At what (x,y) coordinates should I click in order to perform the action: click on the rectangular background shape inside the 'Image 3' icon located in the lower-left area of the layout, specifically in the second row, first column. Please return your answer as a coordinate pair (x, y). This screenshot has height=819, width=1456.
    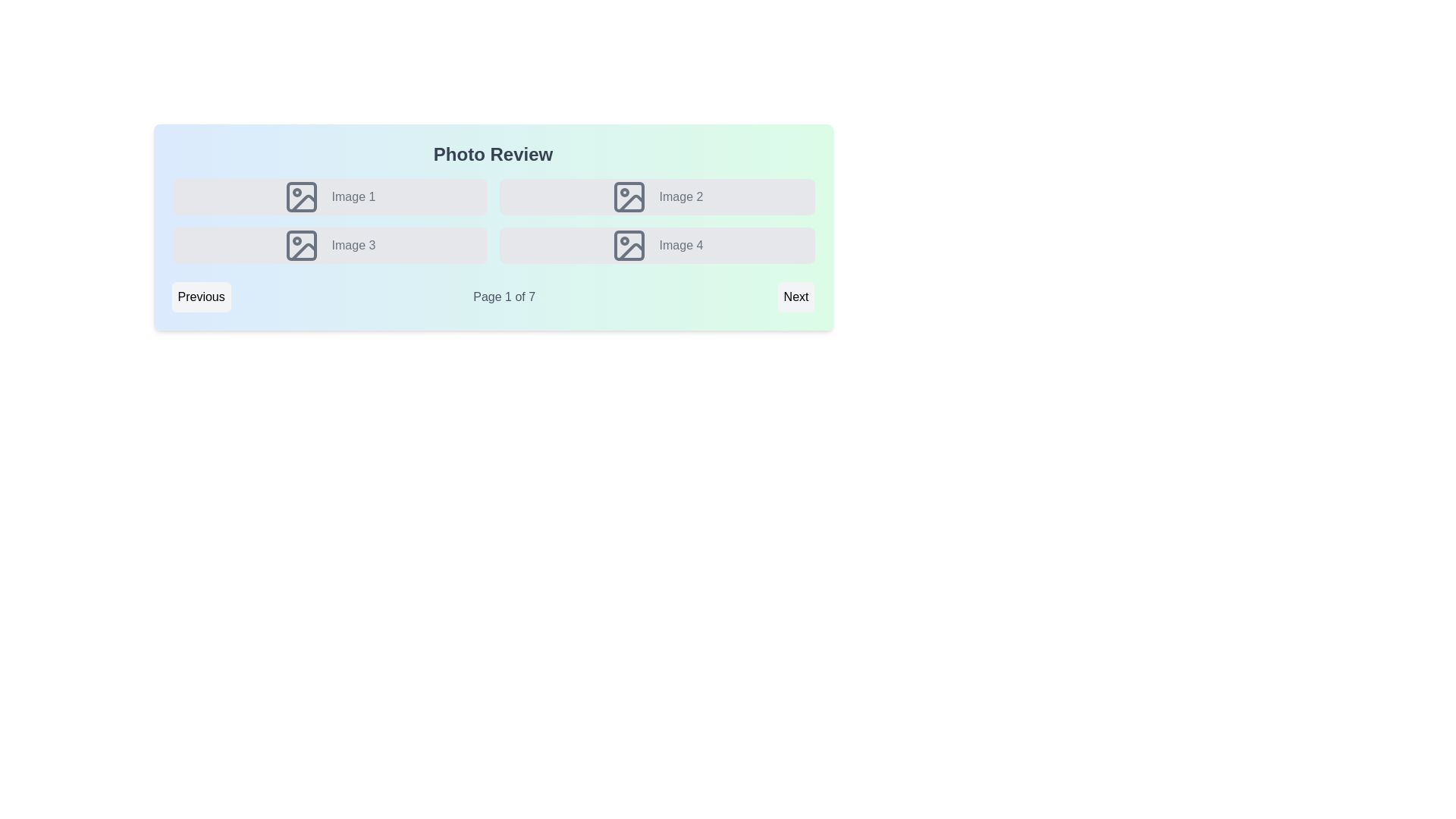
    Looking at the image, I should click on (301, 245).